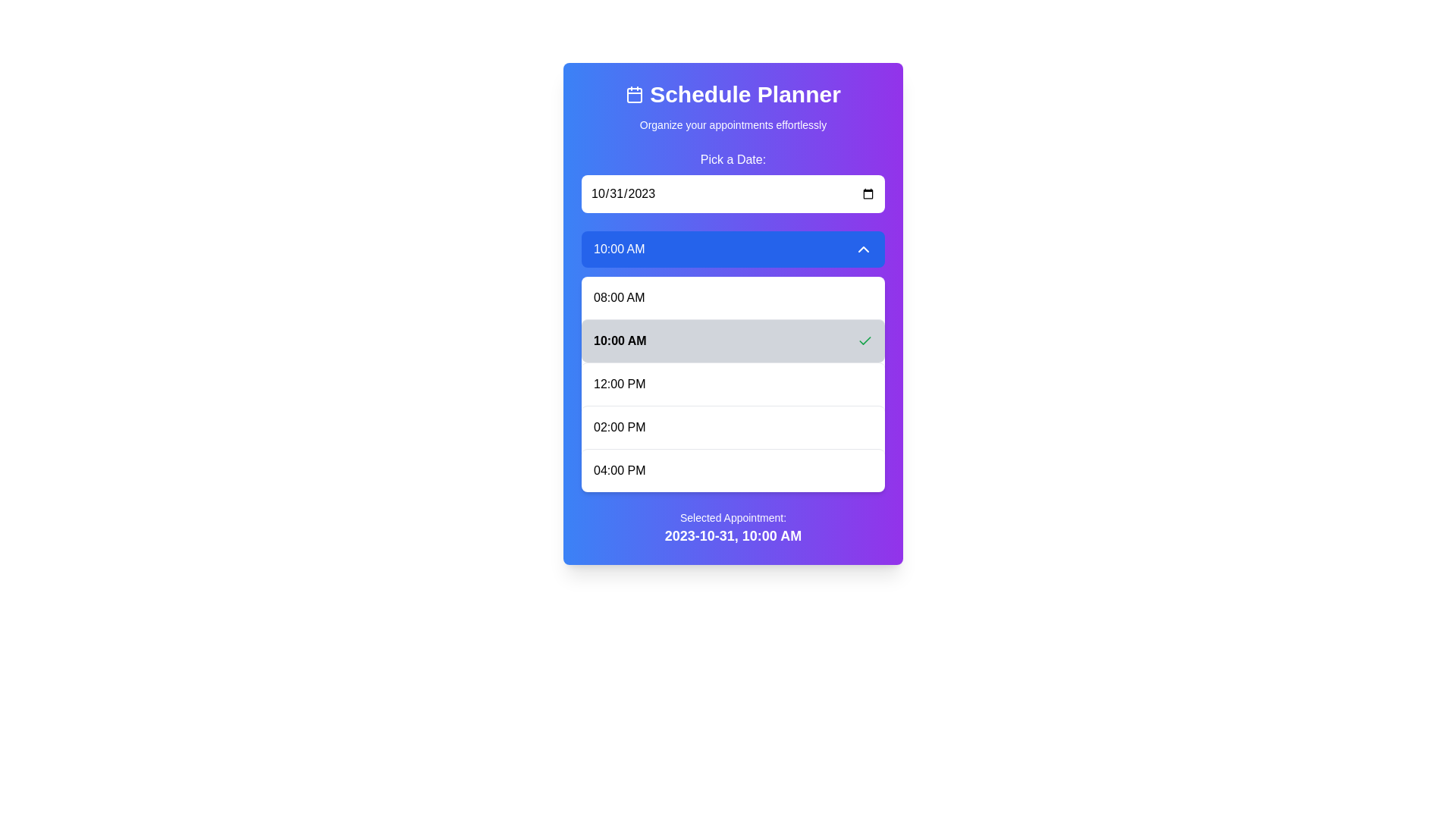 This screenshot has width=1456, height=819. What do you see at coordinates (733, 469) in the screenshot?
I see `to select the time slot '04:00 PM' from the dropdown list of appointment times` at bounding box center [733, 469].